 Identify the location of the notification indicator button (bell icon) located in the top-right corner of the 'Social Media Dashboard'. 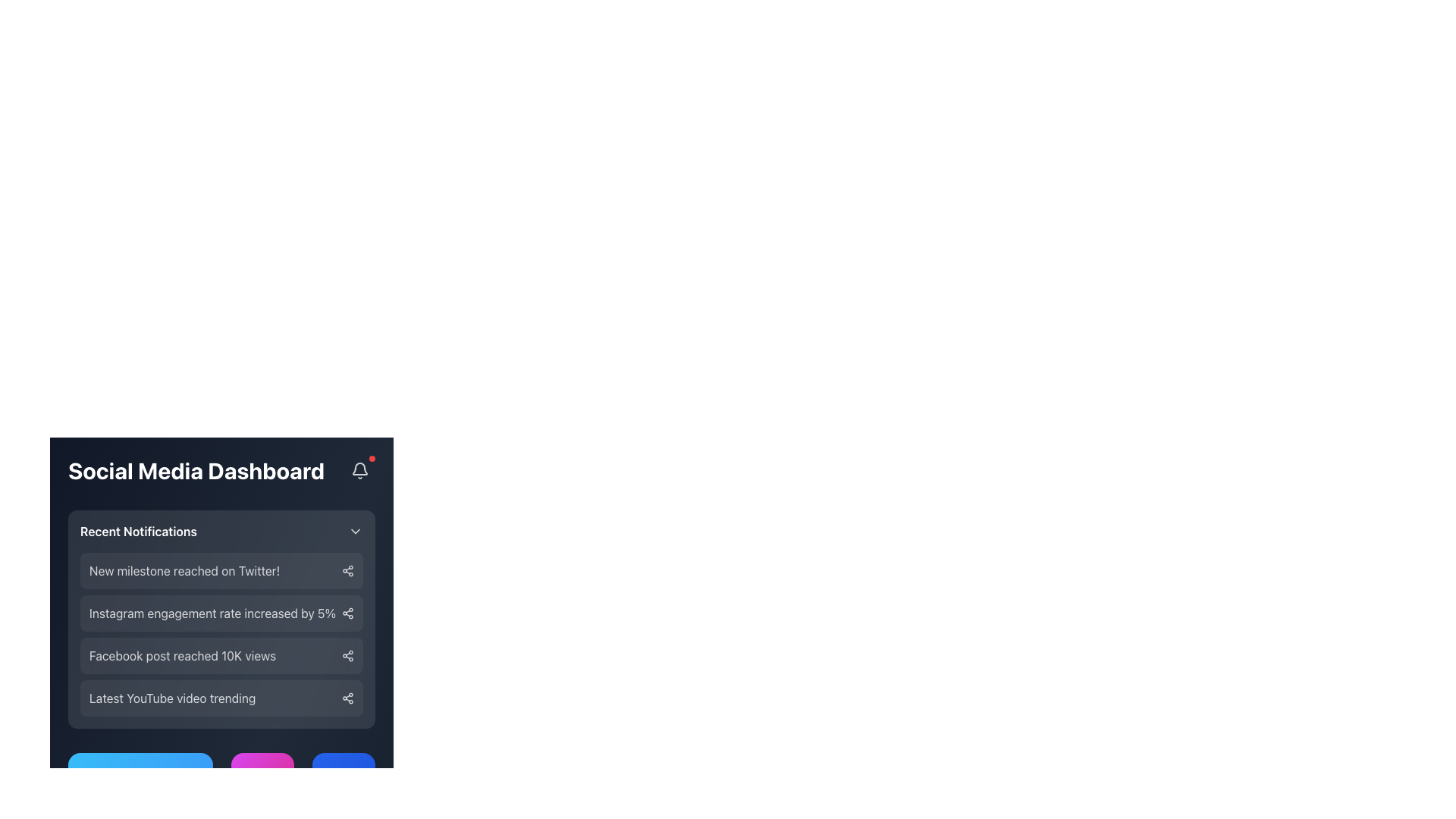
(359, 470).